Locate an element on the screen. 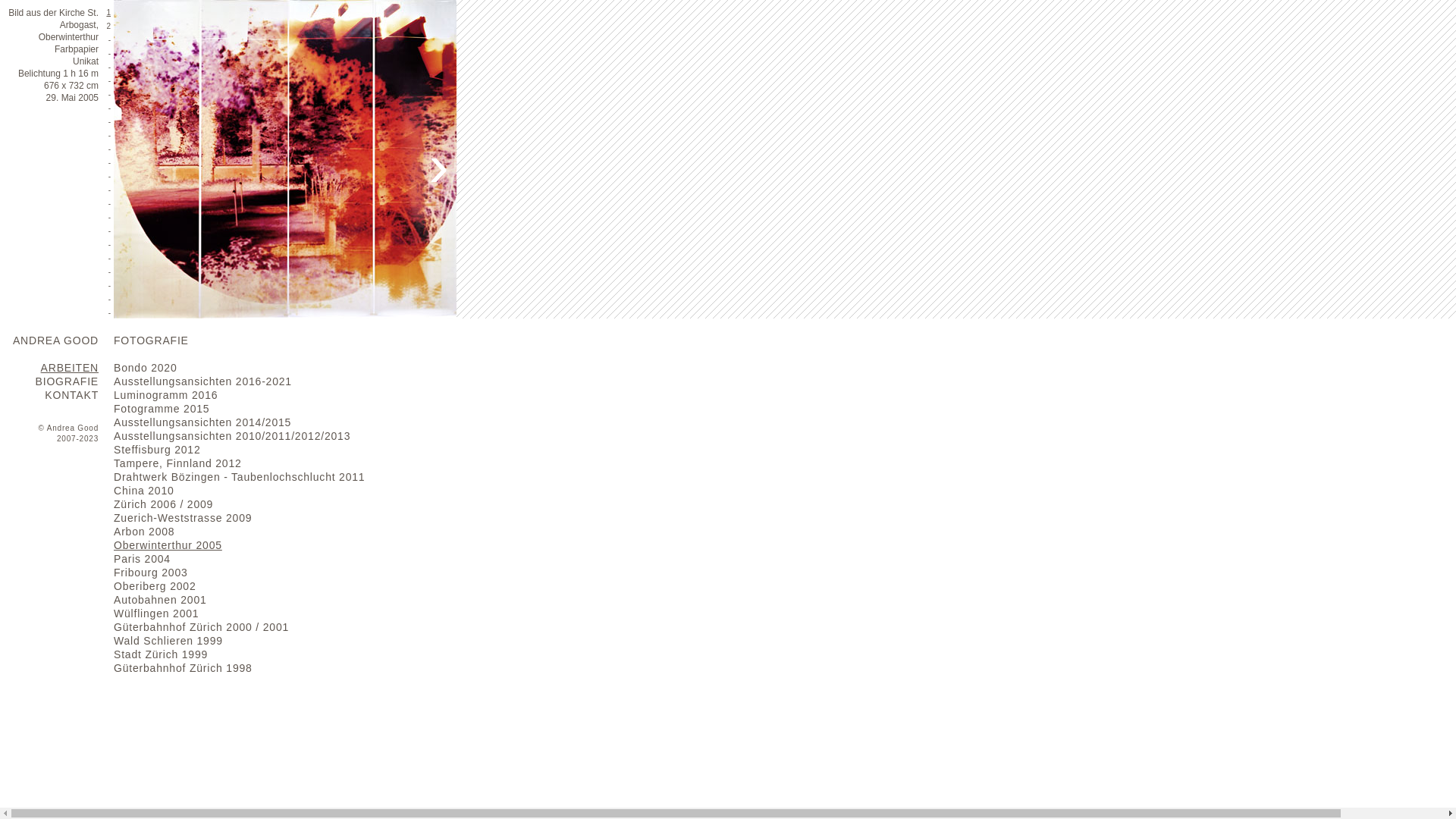 Image resolution: width=1456 pixels, height=819 pixels. 'ARBEITEN' is located at coordinates (40, 368).